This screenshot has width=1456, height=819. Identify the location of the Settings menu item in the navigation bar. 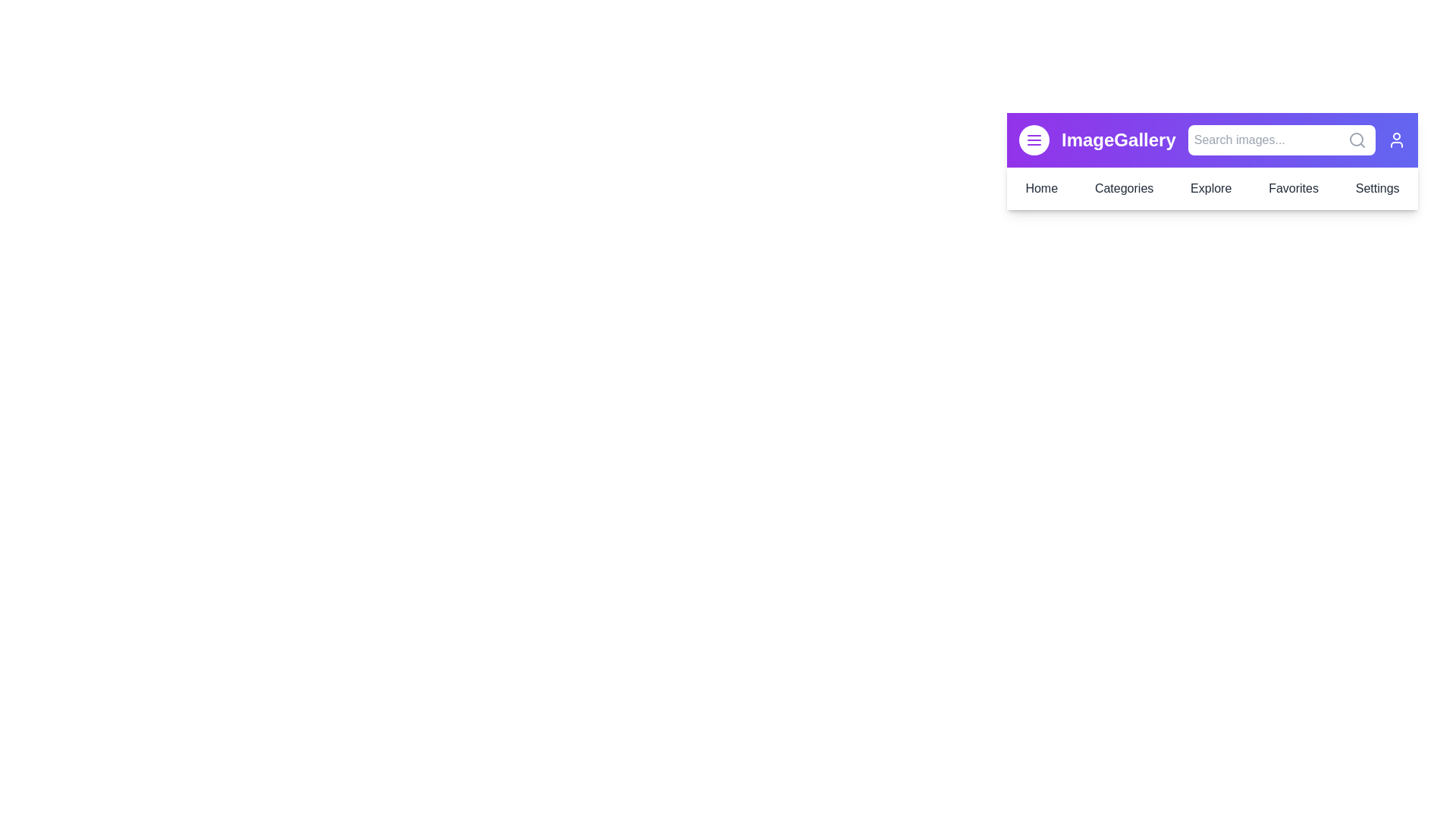
(1377, 188).